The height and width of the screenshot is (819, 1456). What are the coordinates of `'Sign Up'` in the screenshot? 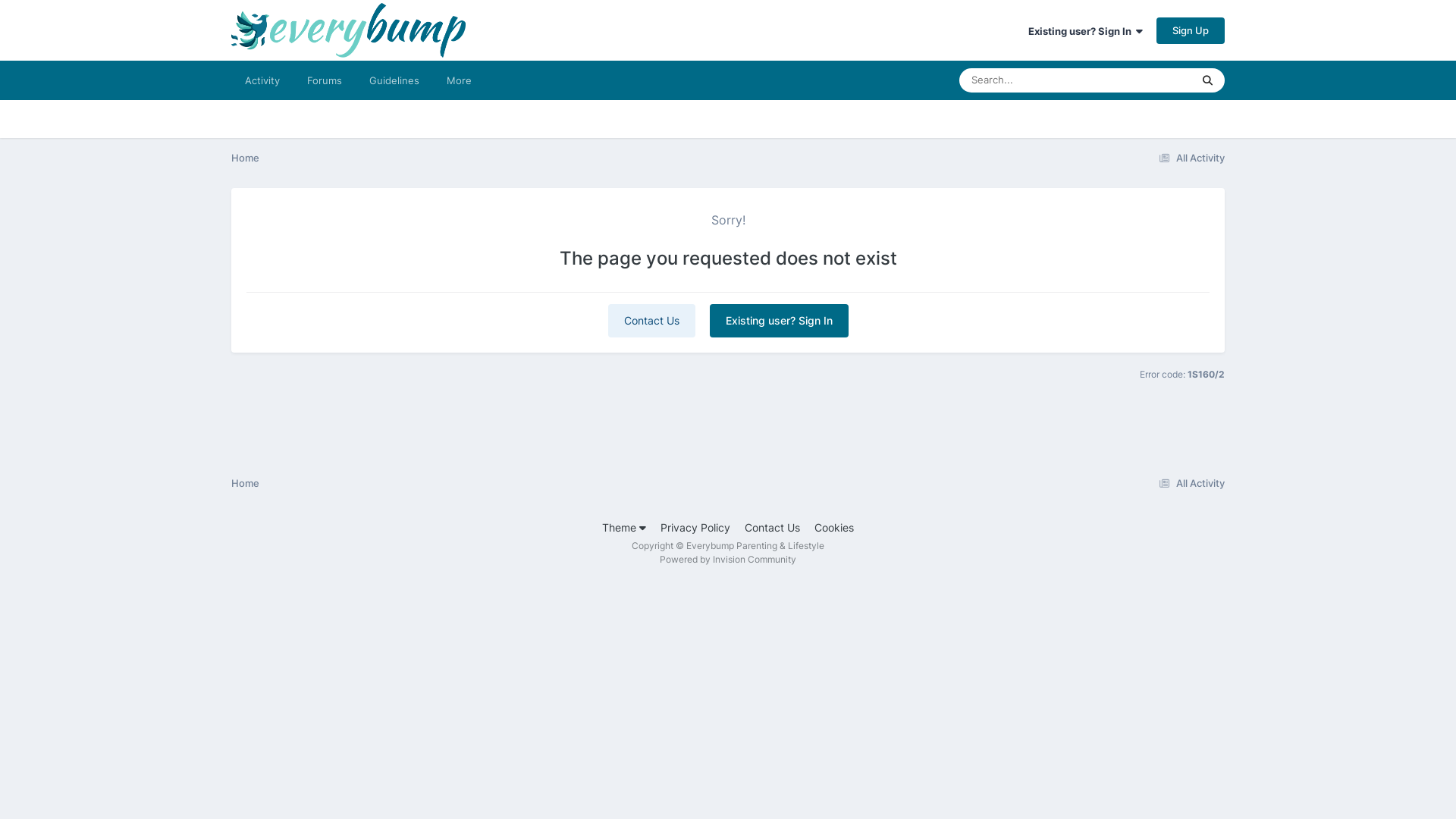 It's located at (1189, 30).